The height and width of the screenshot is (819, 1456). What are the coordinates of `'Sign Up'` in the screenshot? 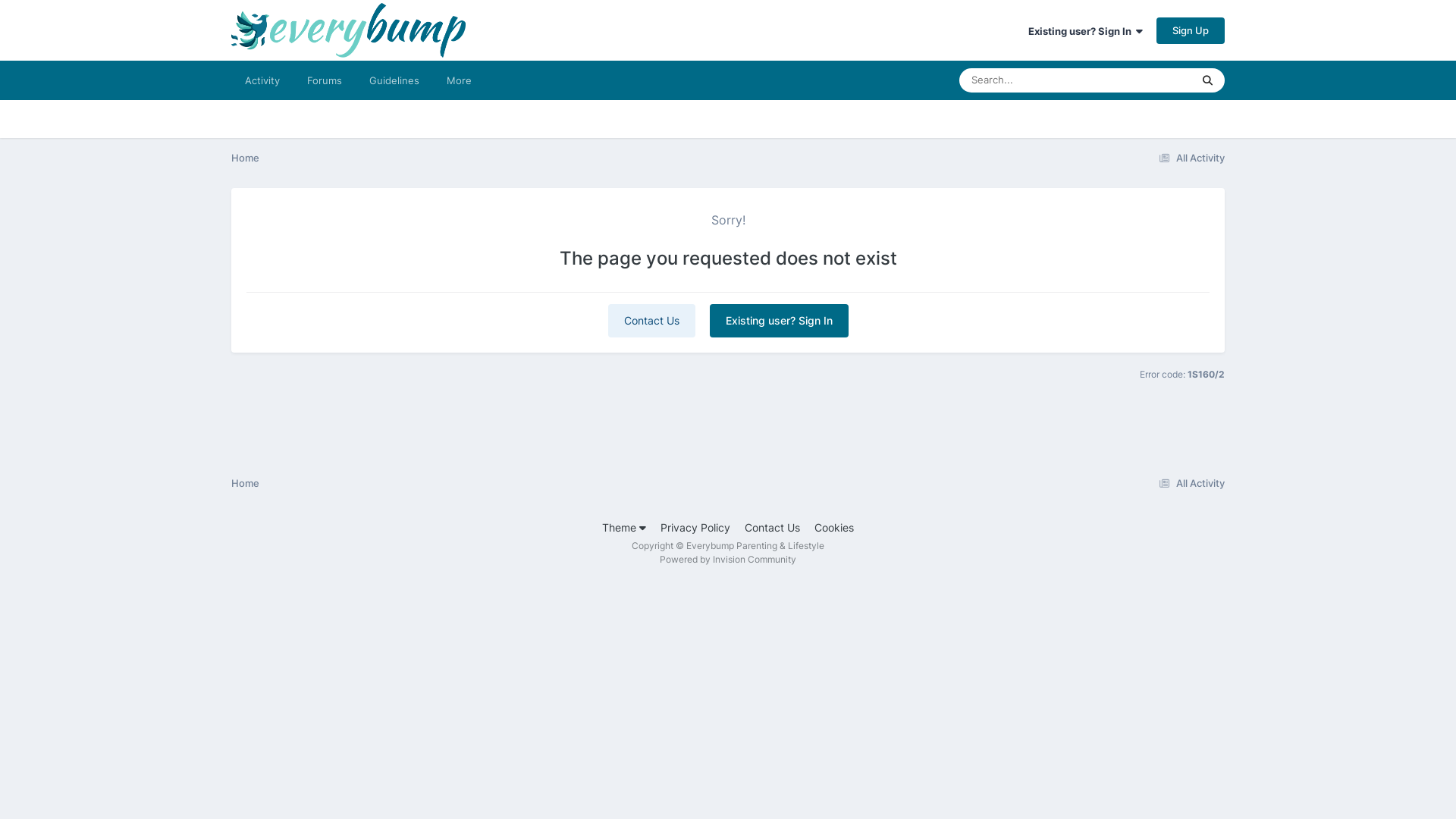 It's located at (1189, 30).